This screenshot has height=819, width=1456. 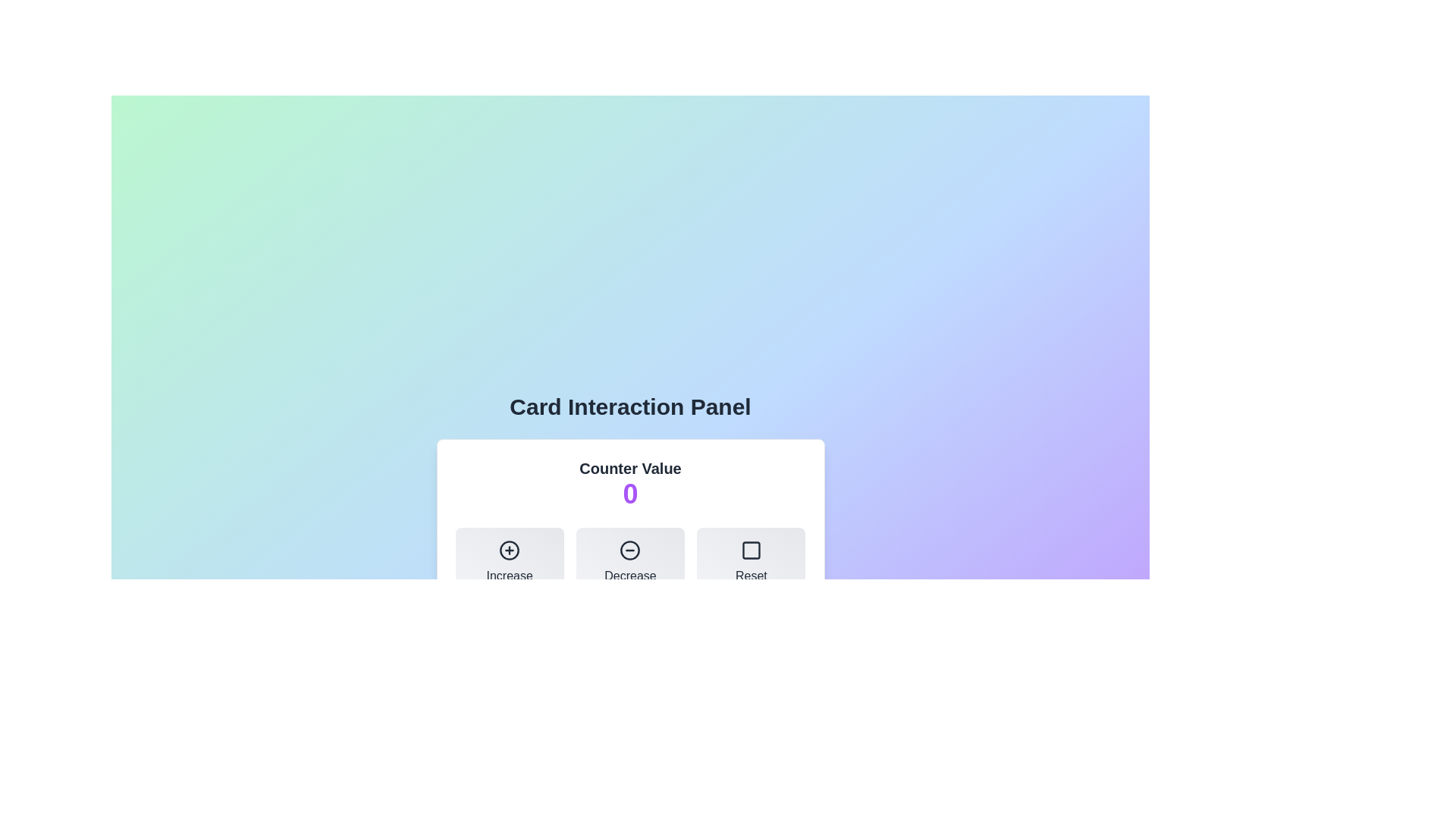 What do you see at coordinates (630, 494) in the screenshot?
I see `the static text element that displays the current count value for the counter interface, located centrally beneath 'Counter Value' and above the interactive buttons` at bounding box center [630, 494].